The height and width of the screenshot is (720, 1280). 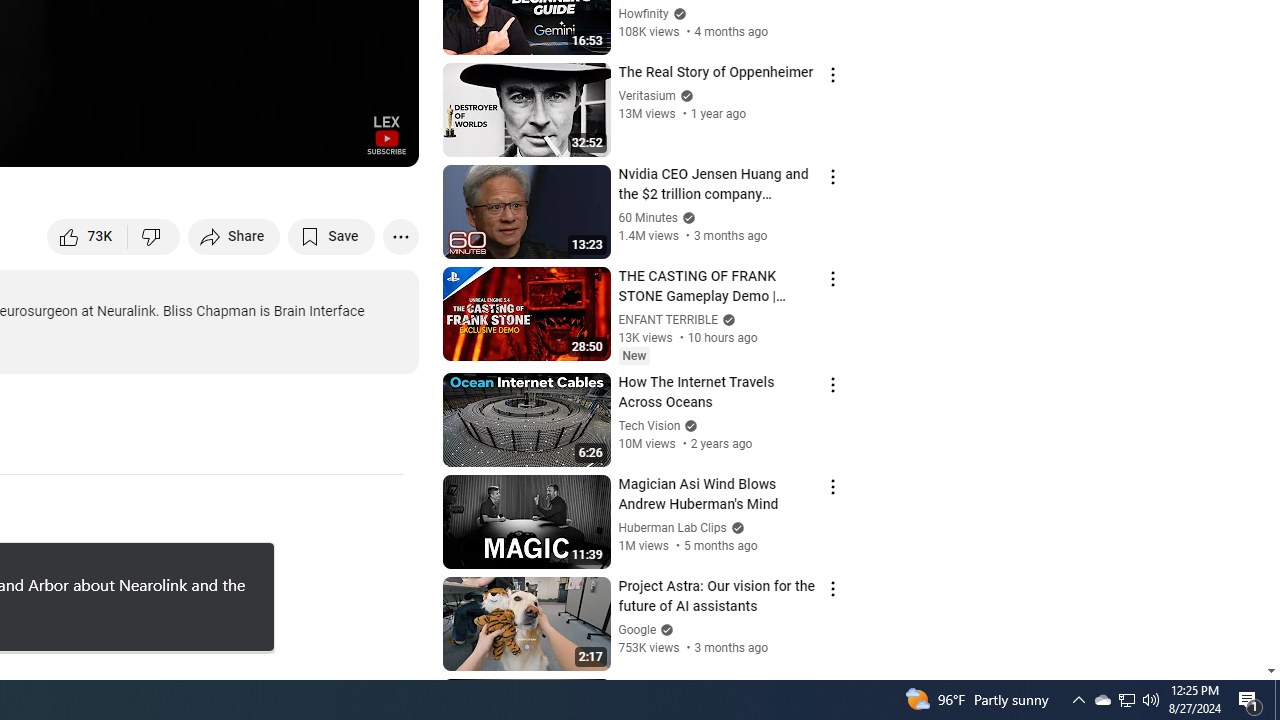 I want to click on 'Share', so click(x=234, y=235).